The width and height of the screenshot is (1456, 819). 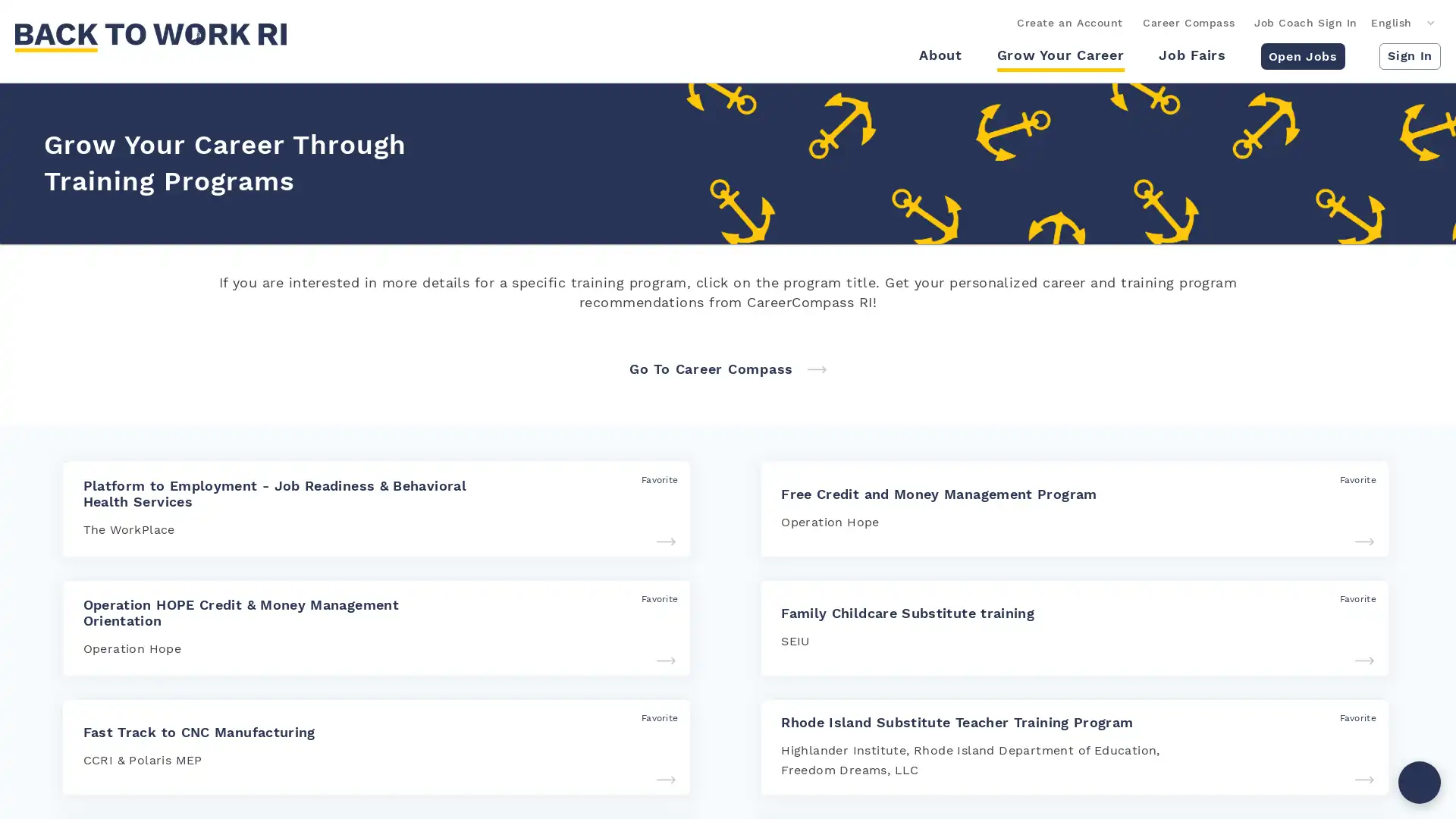 What do you see at coordinates (651, 717) in the screenshot?
I see `not favorite Favorite` at bounding box center [651, 717].